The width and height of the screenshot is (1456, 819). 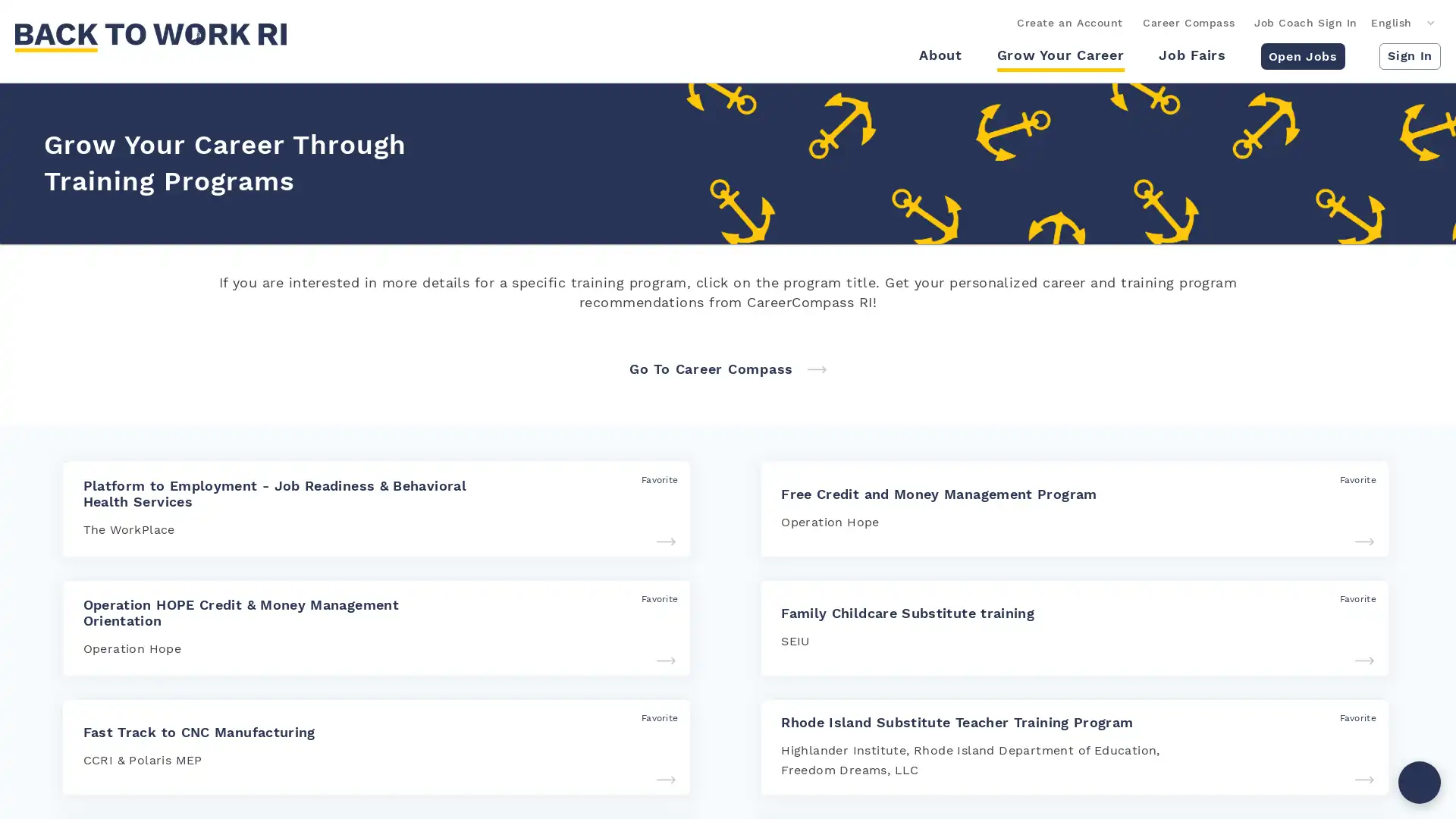 What do you see at coordinates (651, 717) in the screenshot?
I see `not favorite Favorite` at bounding box center [651, 717].